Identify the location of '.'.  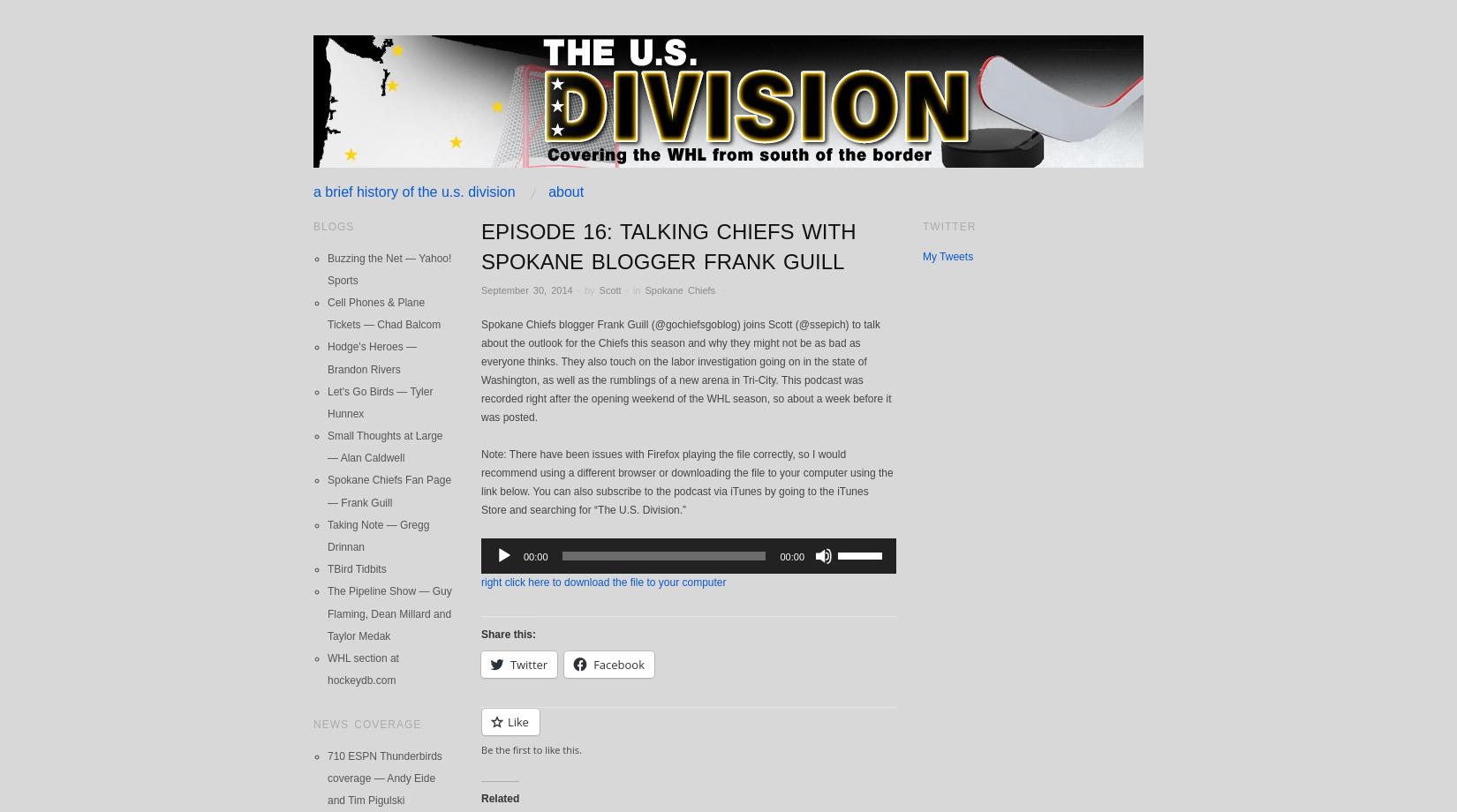
(717, 289).